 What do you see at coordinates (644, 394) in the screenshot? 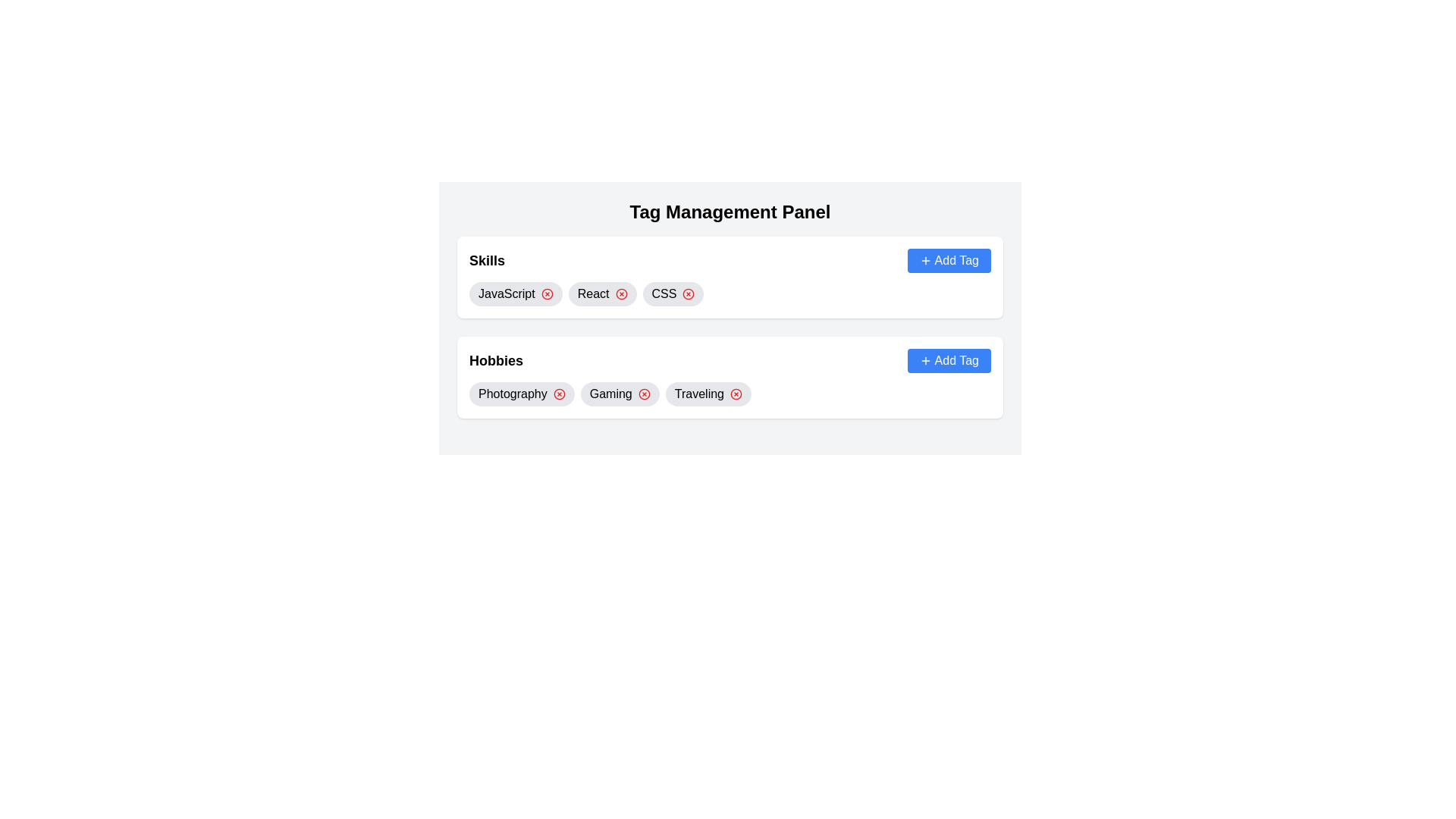
I see `the delete button for the 'Gaming' tag located in the 'Hobbies' section` at bounding box center [644, 394].